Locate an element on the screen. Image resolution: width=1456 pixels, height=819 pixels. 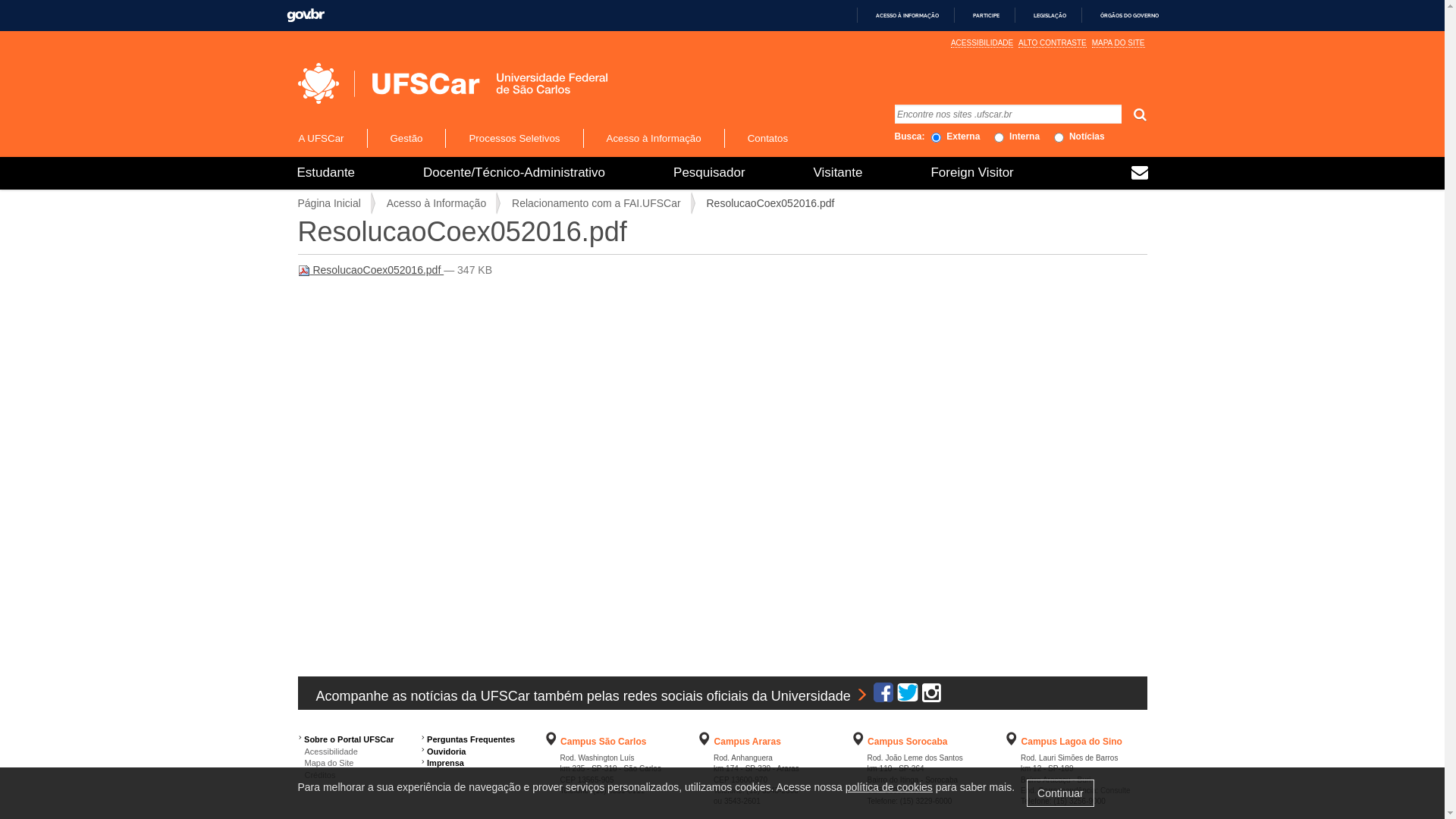
'Encontre nos sites .ufscar.br' is located at coordinates (1008, 113).